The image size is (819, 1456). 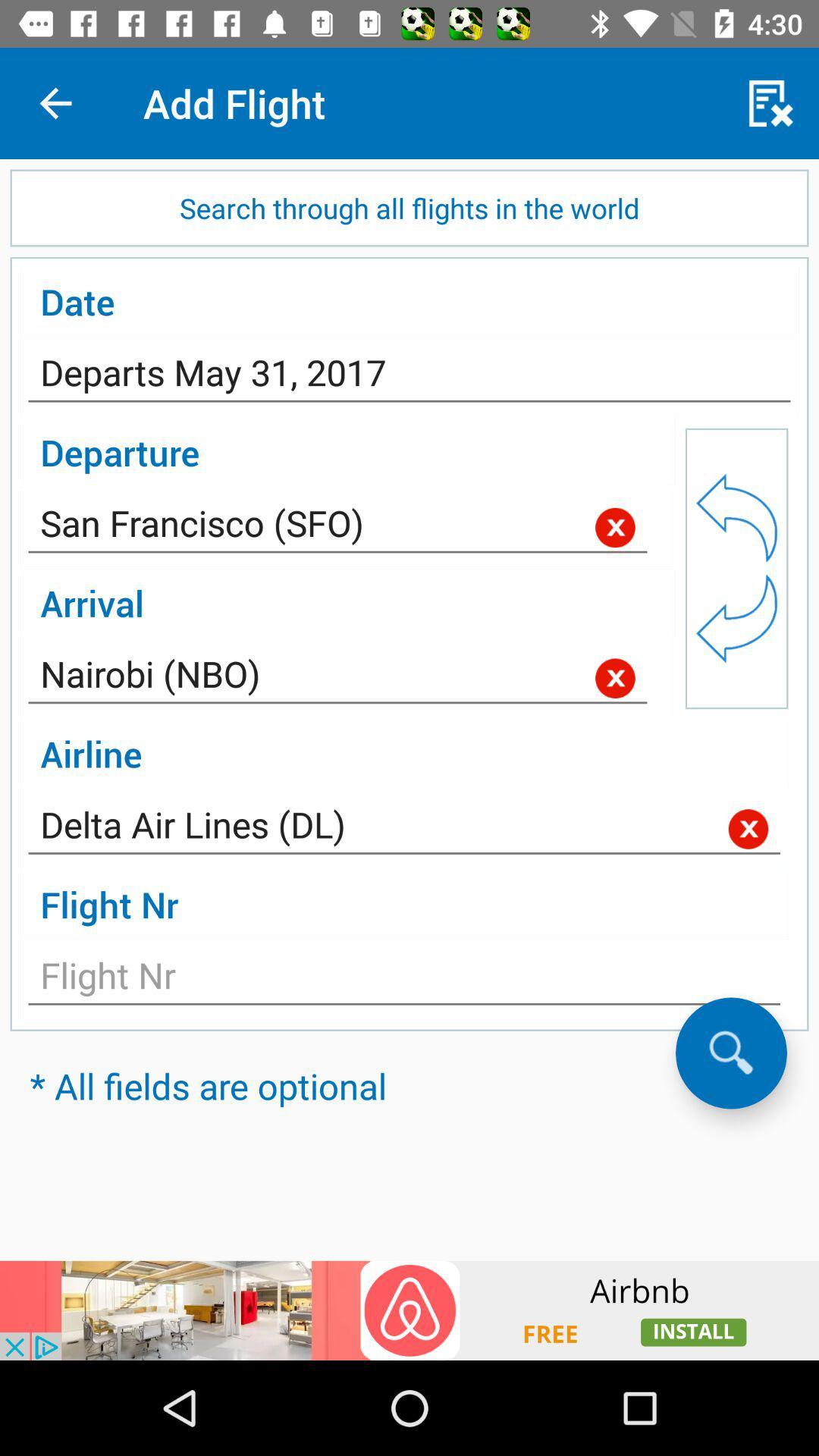 What do you see at coordinates (409, 1310) in the screenshot?
I see `install an app` at bounding box center [409, 1310].